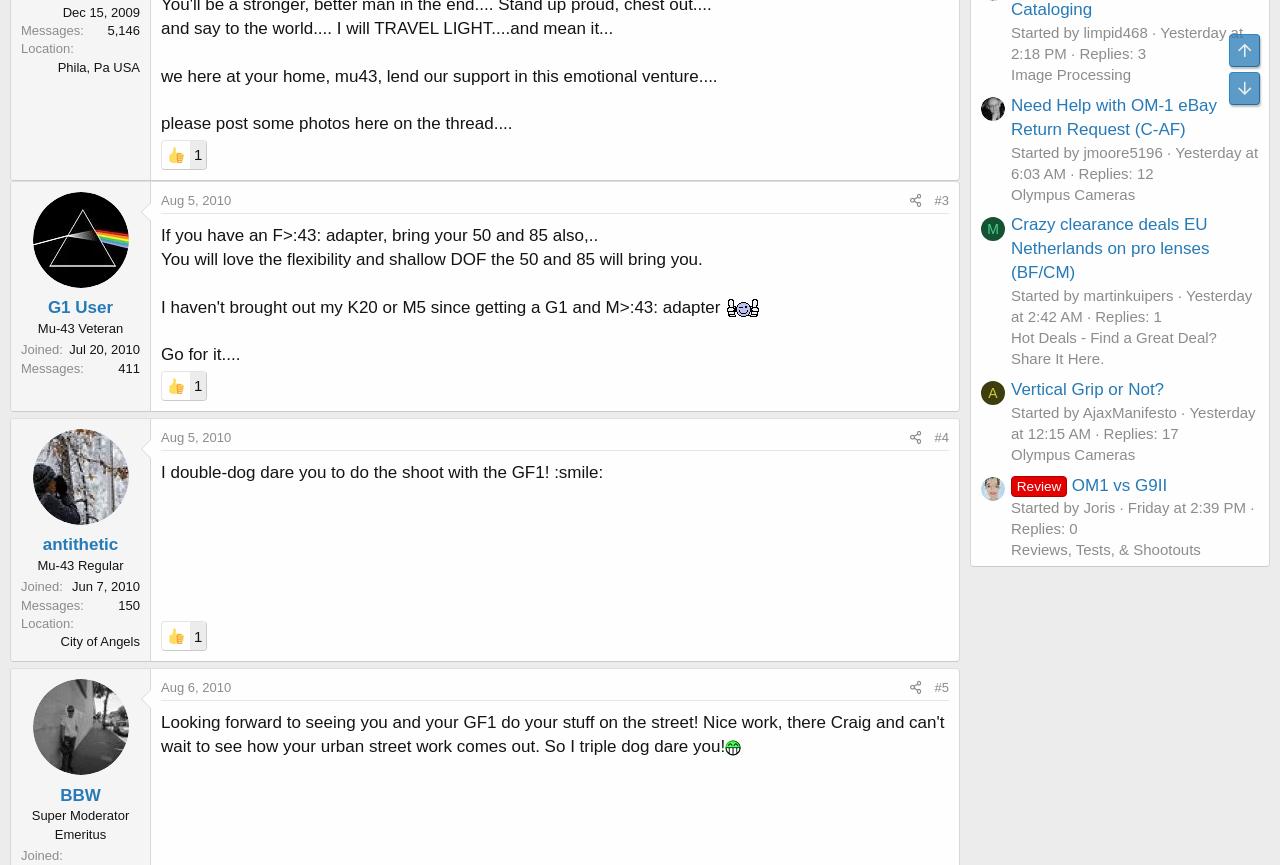 The width and height of the screenshot is (1280, 865). I want to click on 'and say to the world.... I will TRAVEL LIGHT....and mean it...', so click(386, 28).